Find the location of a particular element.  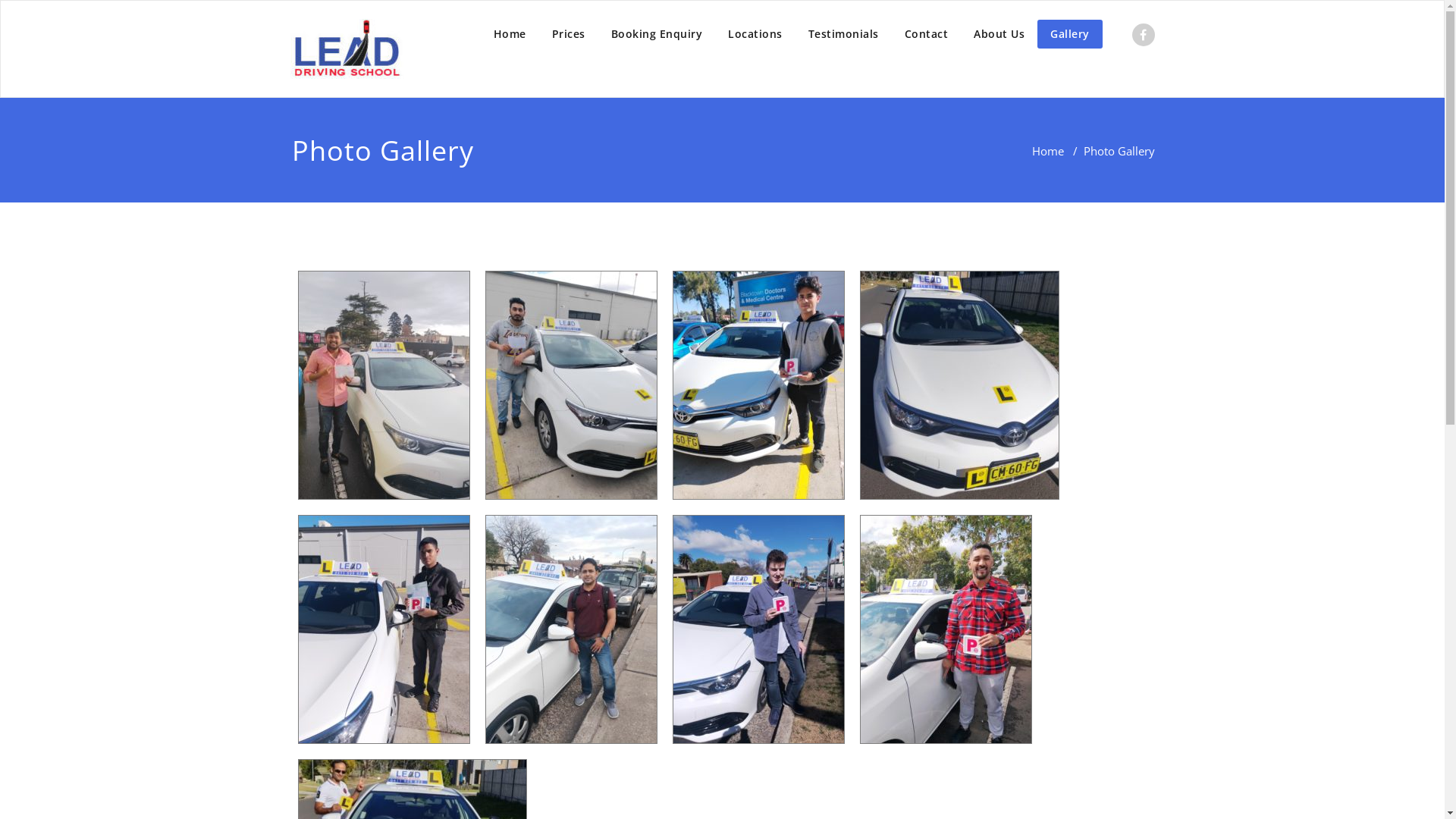

'Home' is located at coordinates (1031, 151).